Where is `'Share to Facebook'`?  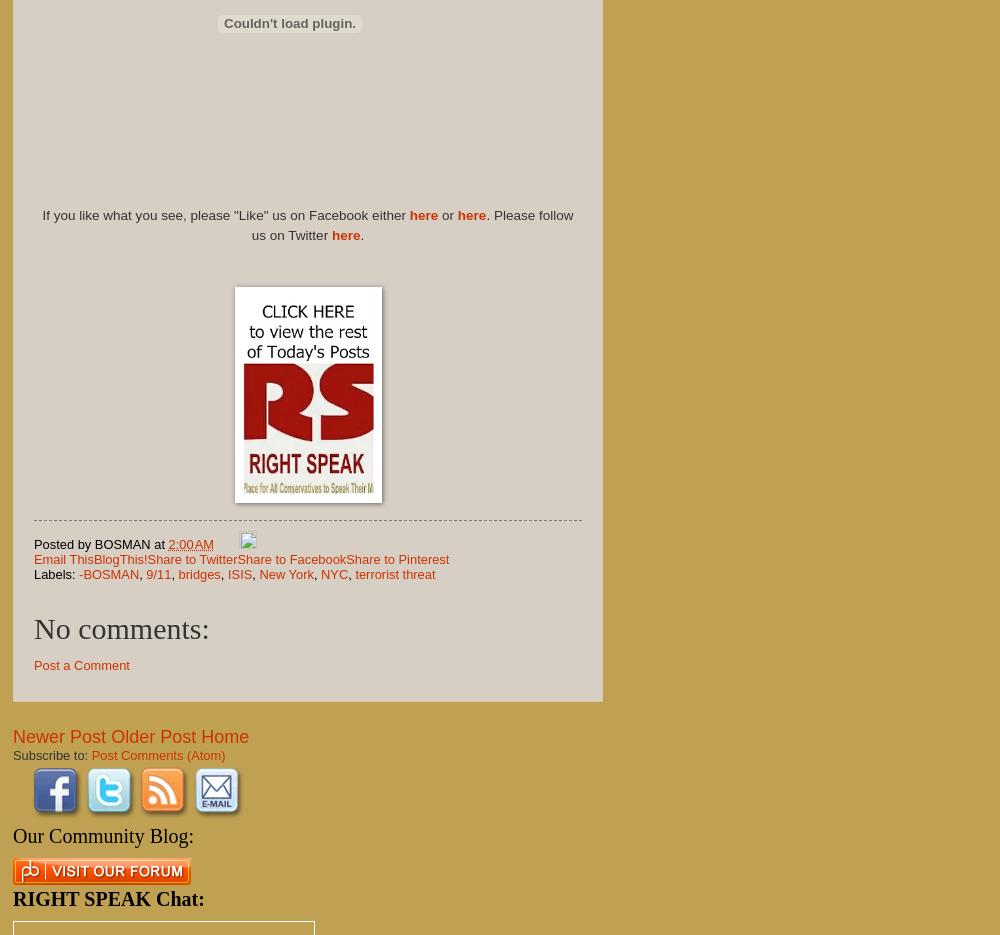
'Share to Facebook' is located at coordinates (291, 558).